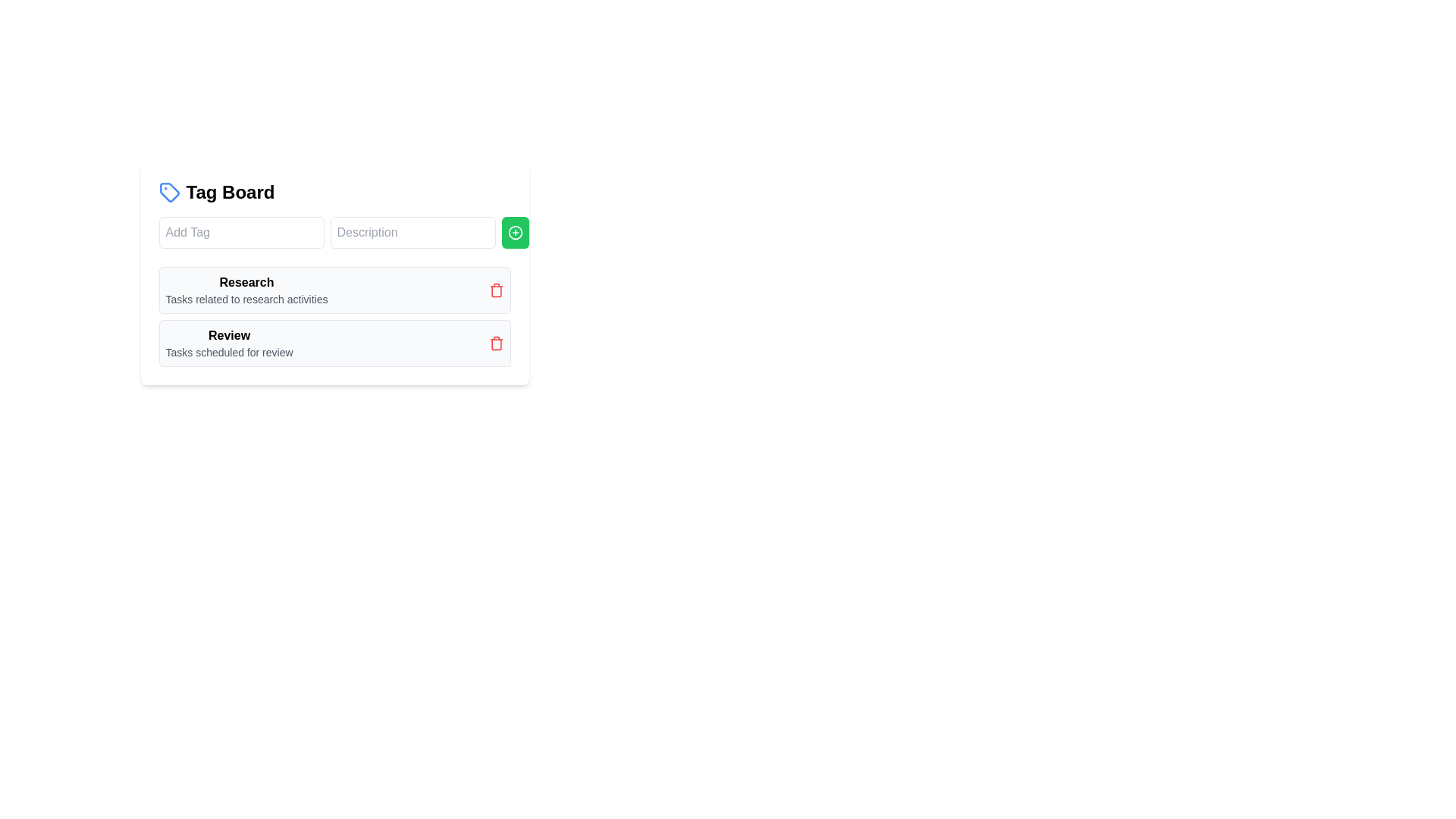  I want to click on the category card in the grouped list of tasks related to 'Research' and 'Review', so click(334, 315).